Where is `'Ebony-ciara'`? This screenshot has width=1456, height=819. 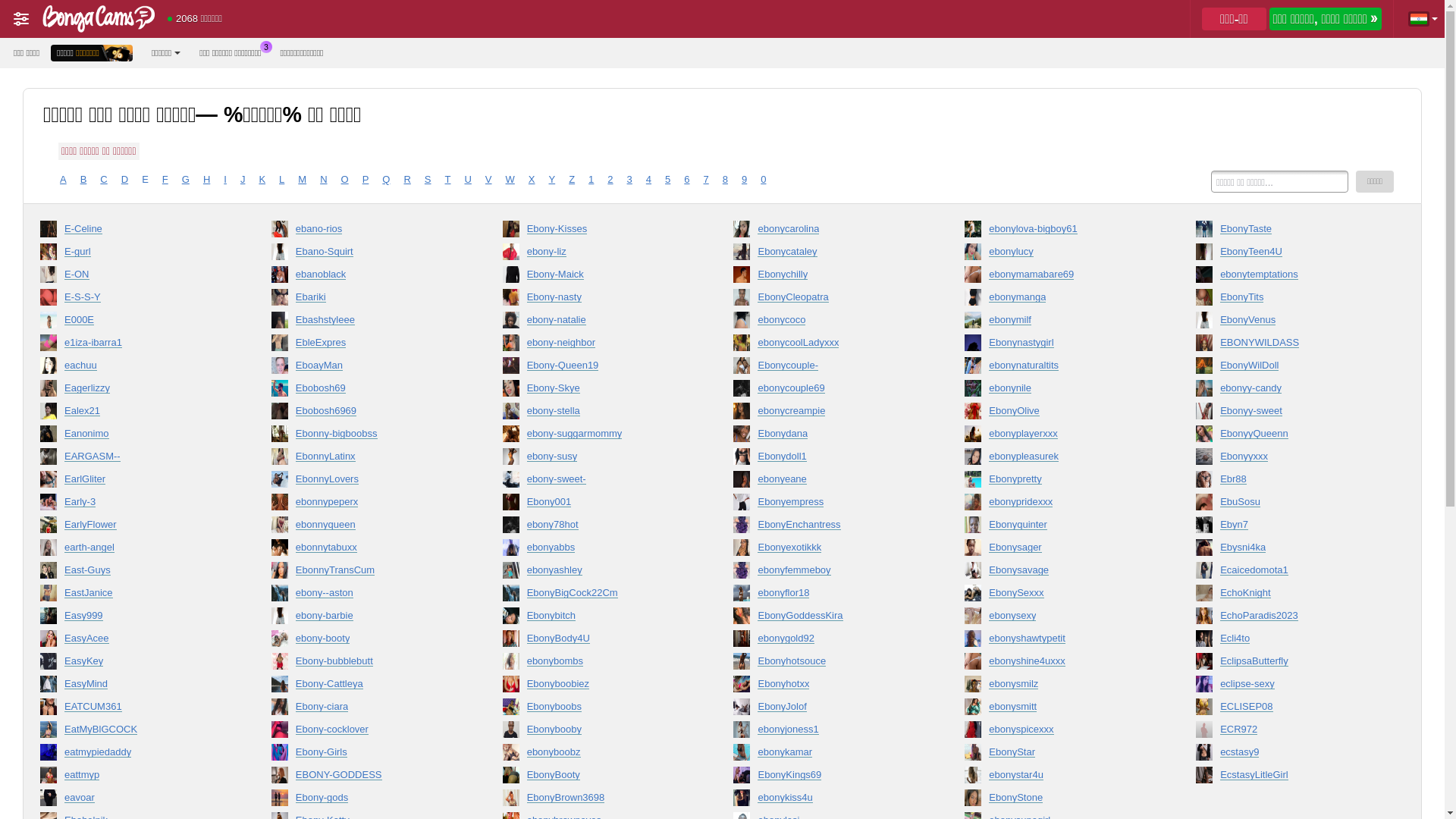
'Ebony-ciara' is located at coordinates (365, 710).